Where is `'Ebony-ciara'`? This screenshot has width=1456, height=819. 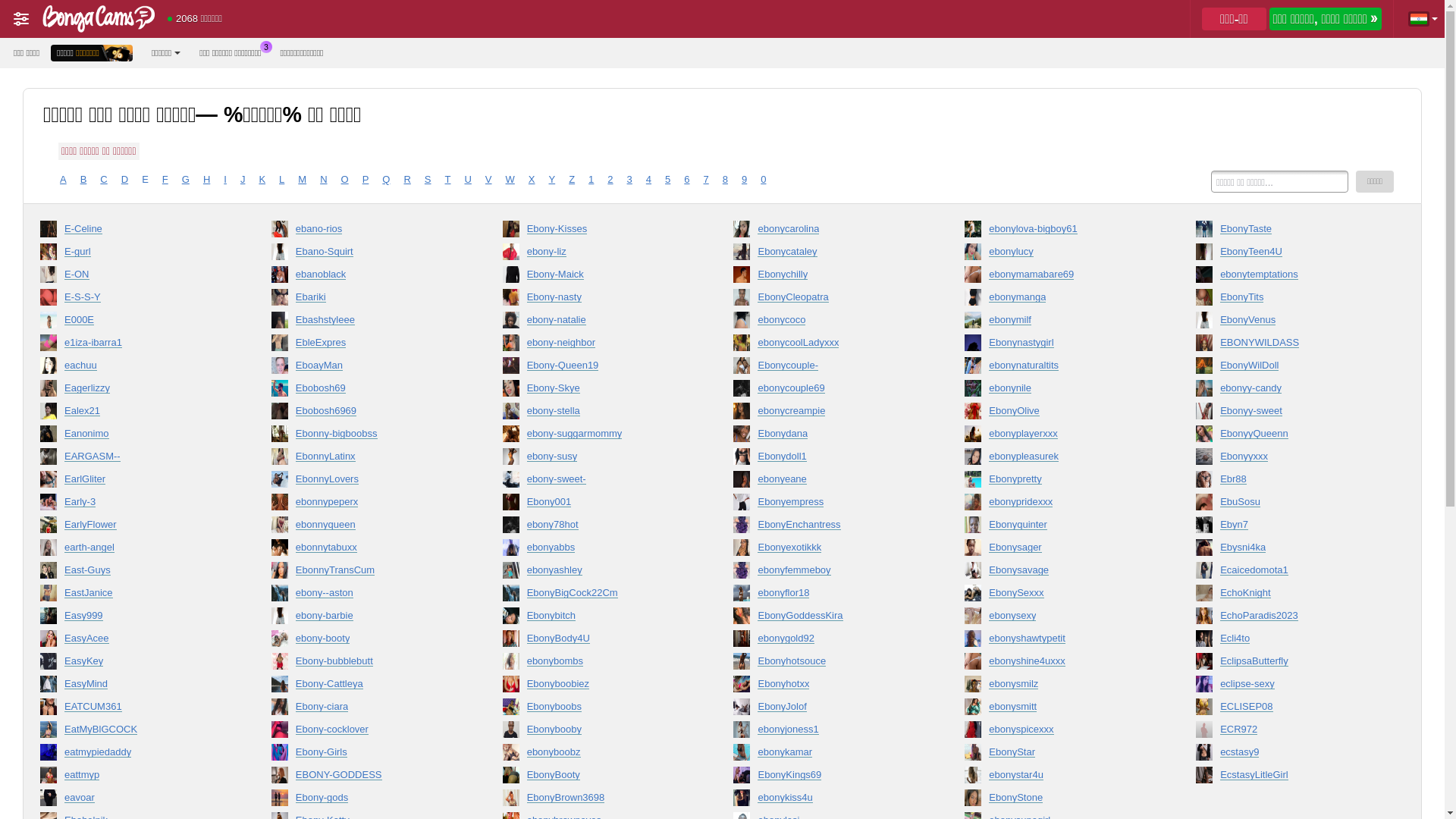
'Ebony-ciara' is located at coordinates (365, 710).